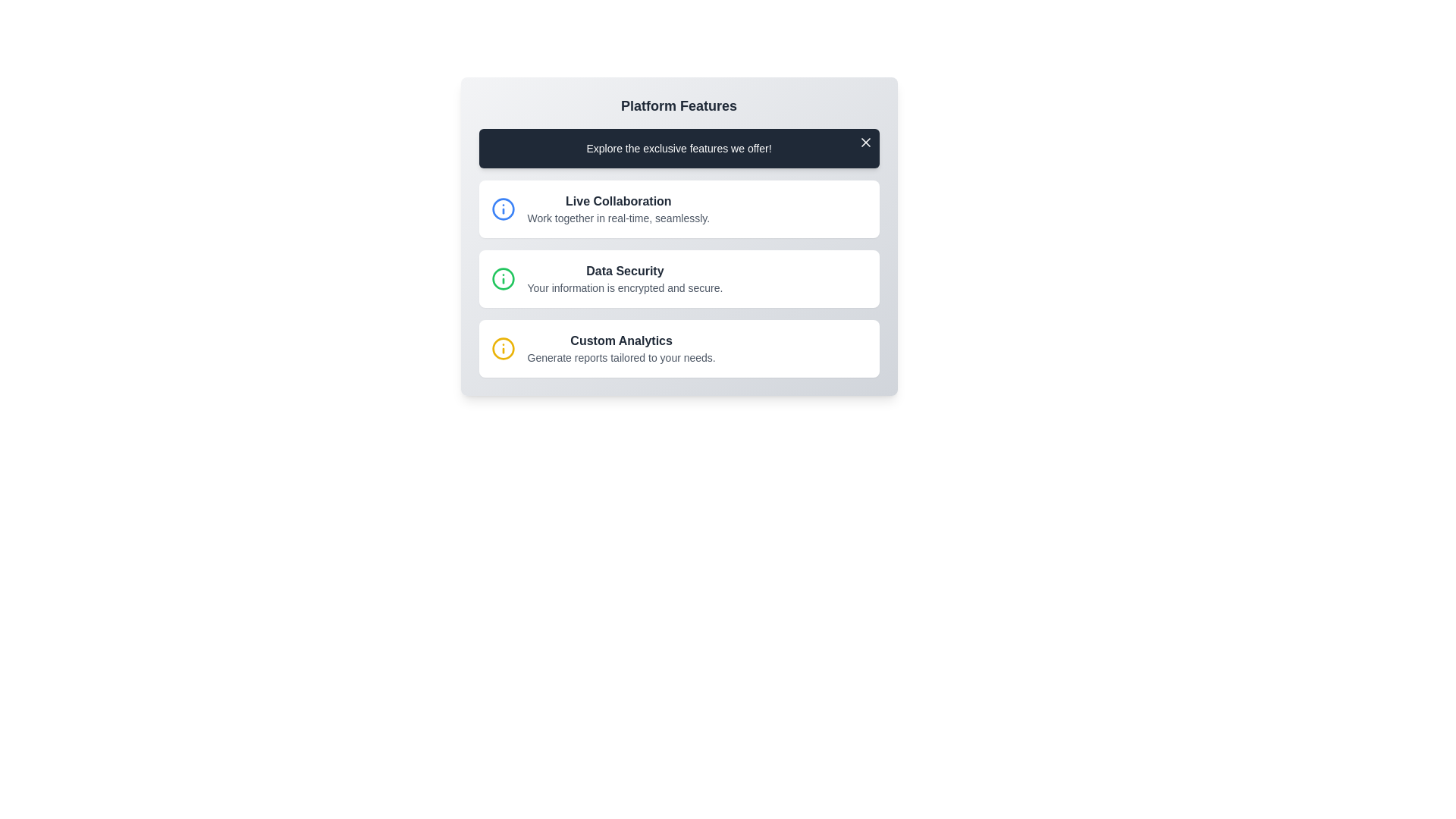  I want to click on the text element that says 'Generate reports tailored to your needs.' styled in light gray, located beneath the title 'Custom Analytics' in a vertical list within a feature card, so click(621, 357).